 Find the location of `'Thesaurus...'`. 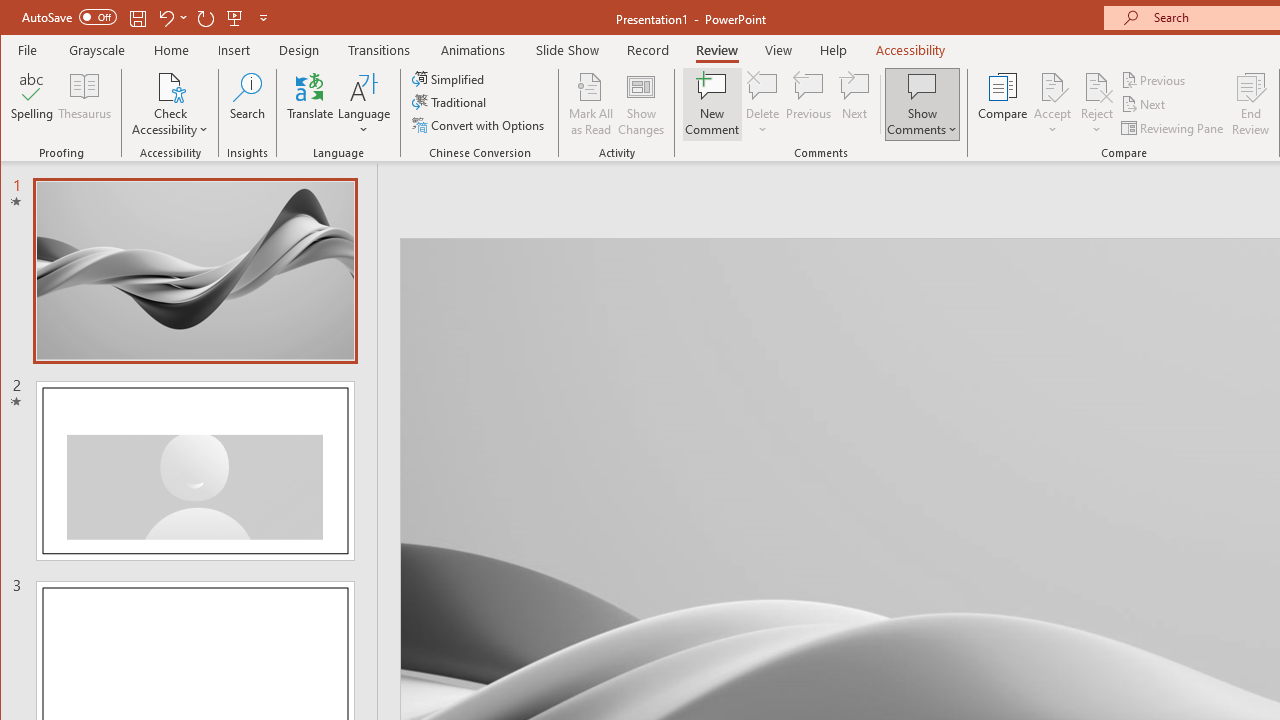

'Thesaurus...' is located at coordinates (84, 104).